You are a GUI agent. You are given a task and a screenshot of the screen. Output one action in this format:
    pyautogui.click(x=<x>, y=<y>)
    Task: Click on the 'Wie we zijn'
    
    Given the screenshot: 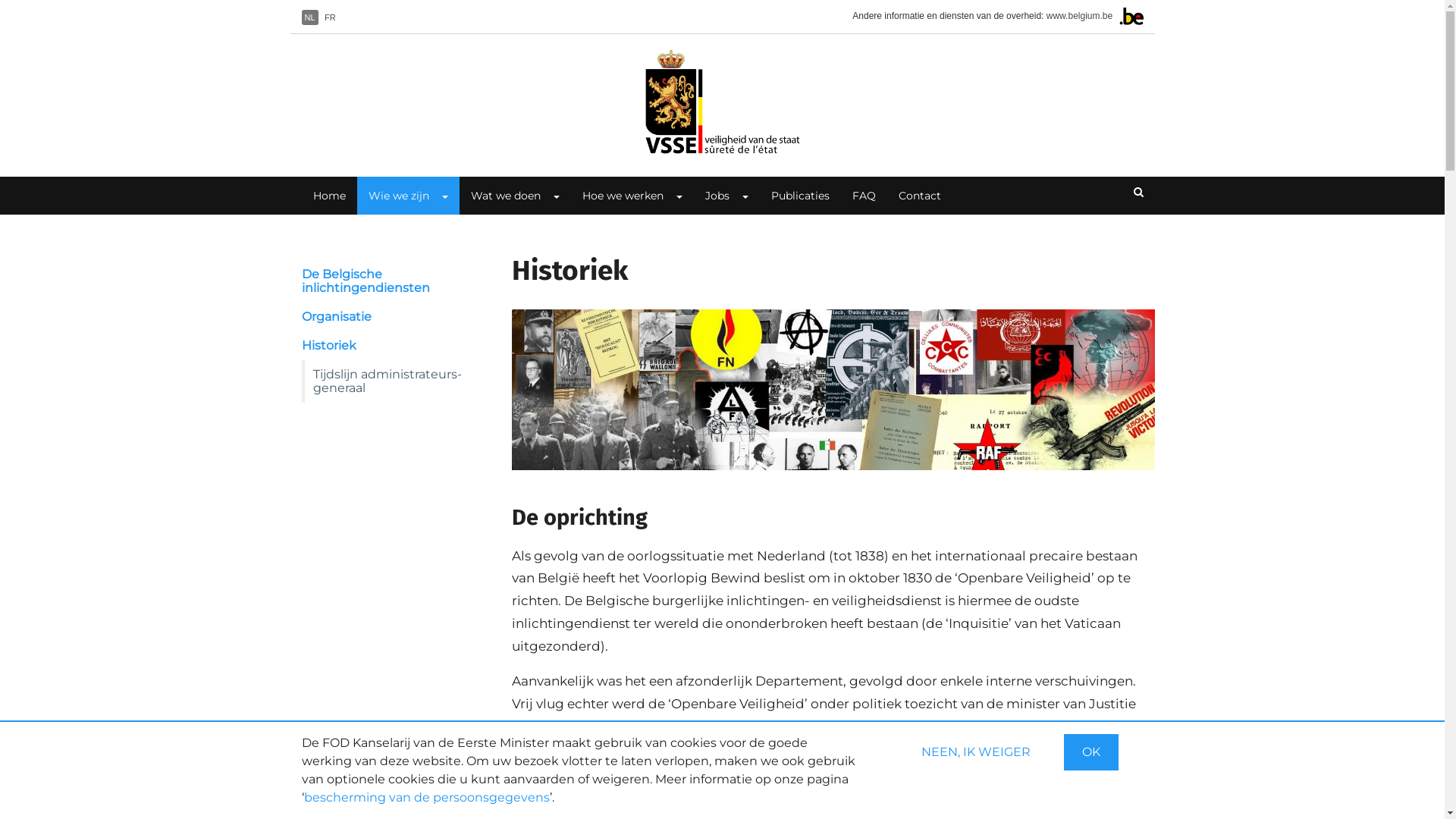 What is the action you would take?
    pyautogui.click(x=392, y=195)
    